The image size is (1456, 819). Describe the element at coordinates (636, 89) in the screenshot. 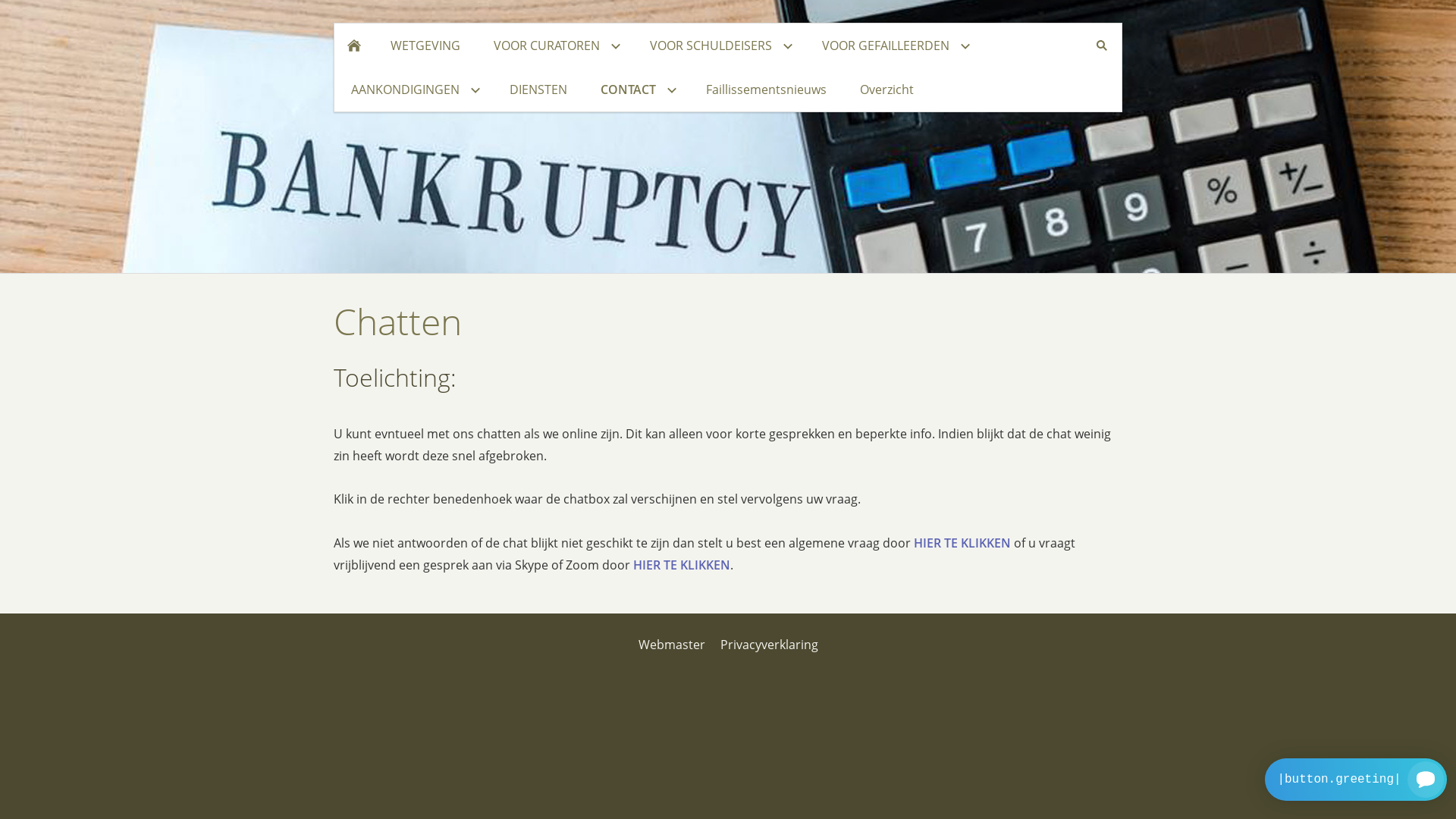

I see `'CONTACT'` at that location.